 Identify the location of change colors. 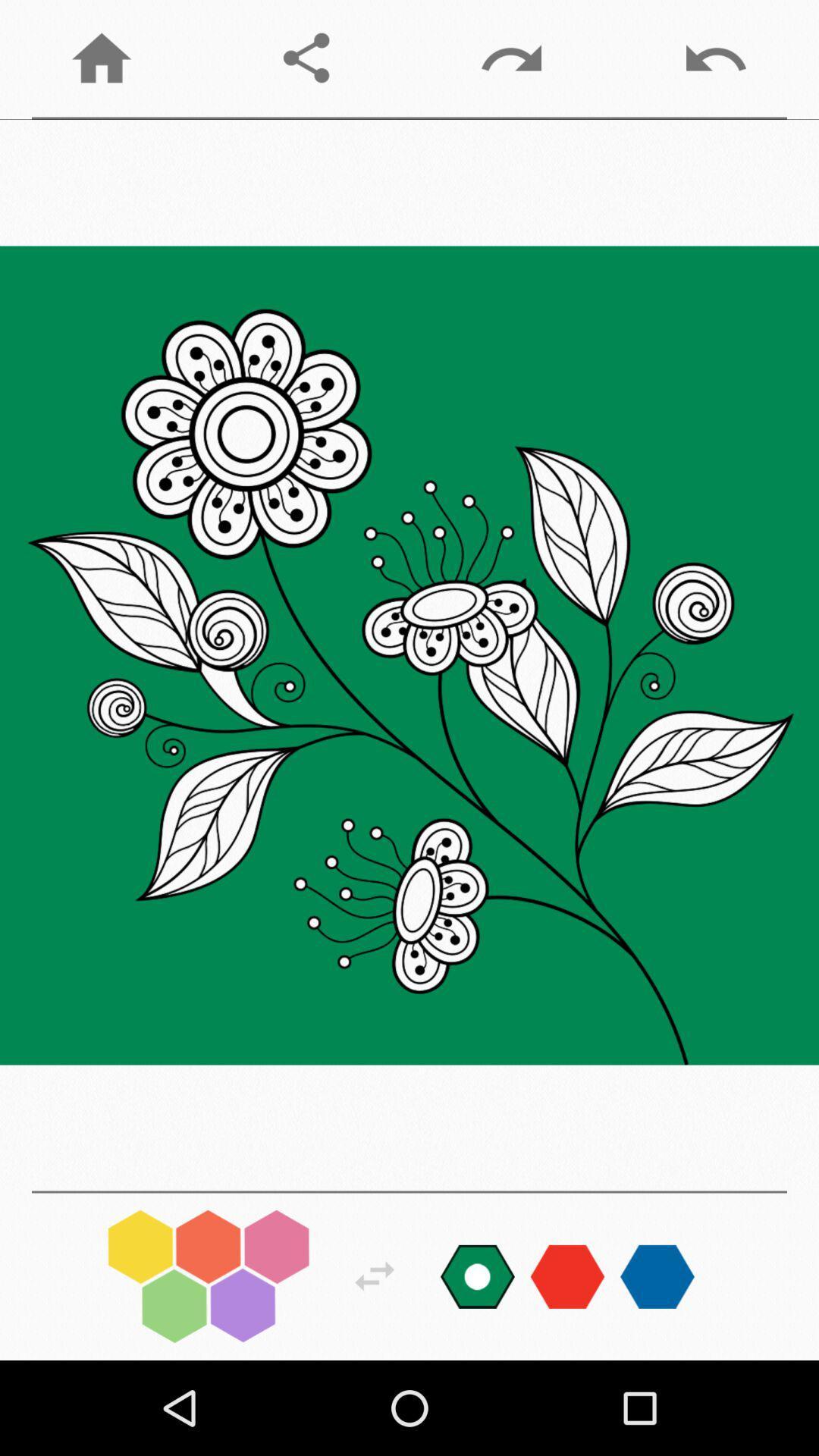
(209, 1276).